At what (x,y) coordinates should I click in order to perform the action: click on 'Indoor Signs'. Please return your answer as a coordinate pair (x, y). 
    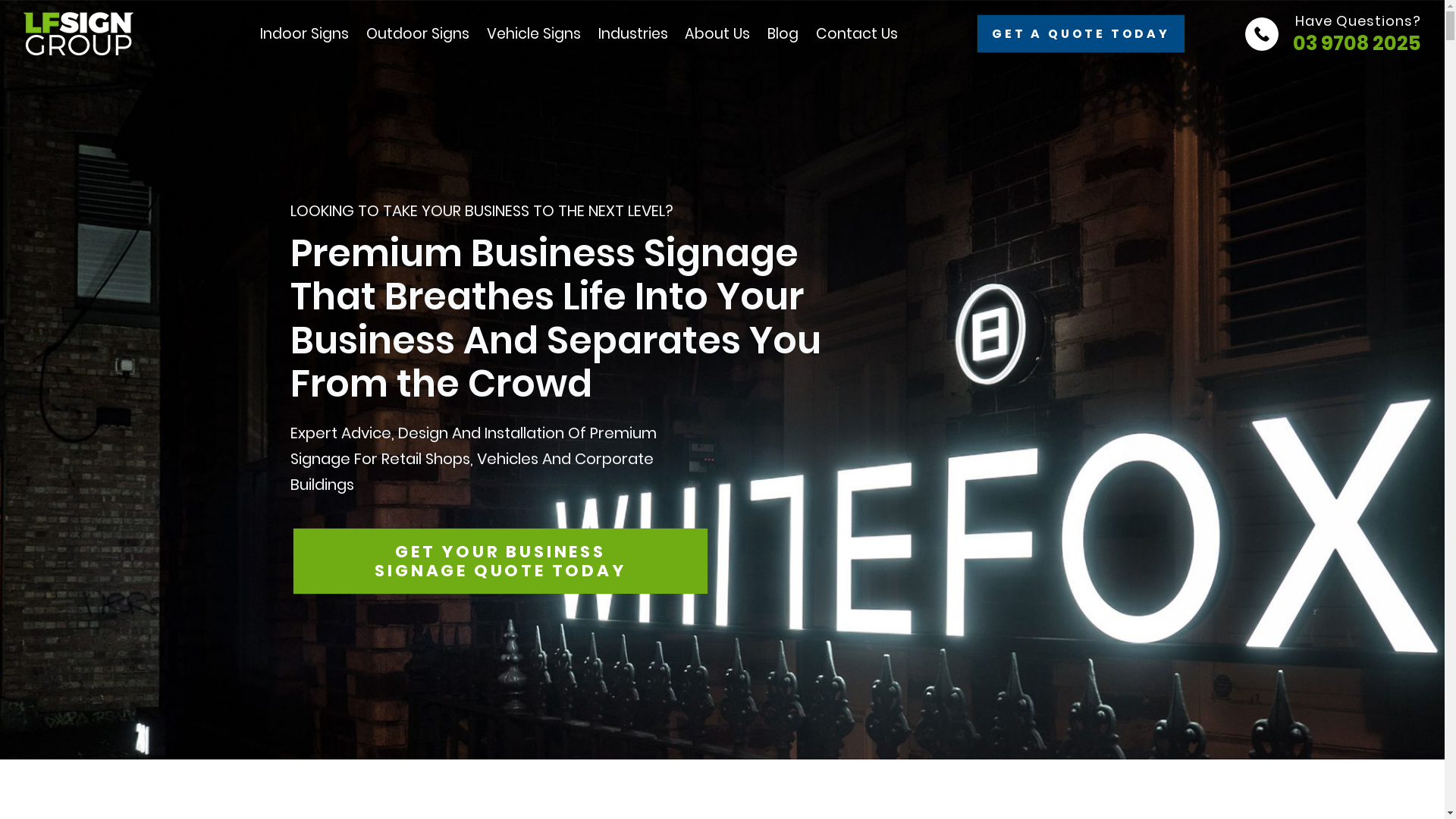
    Looking at the image, I should click on (303, 34).